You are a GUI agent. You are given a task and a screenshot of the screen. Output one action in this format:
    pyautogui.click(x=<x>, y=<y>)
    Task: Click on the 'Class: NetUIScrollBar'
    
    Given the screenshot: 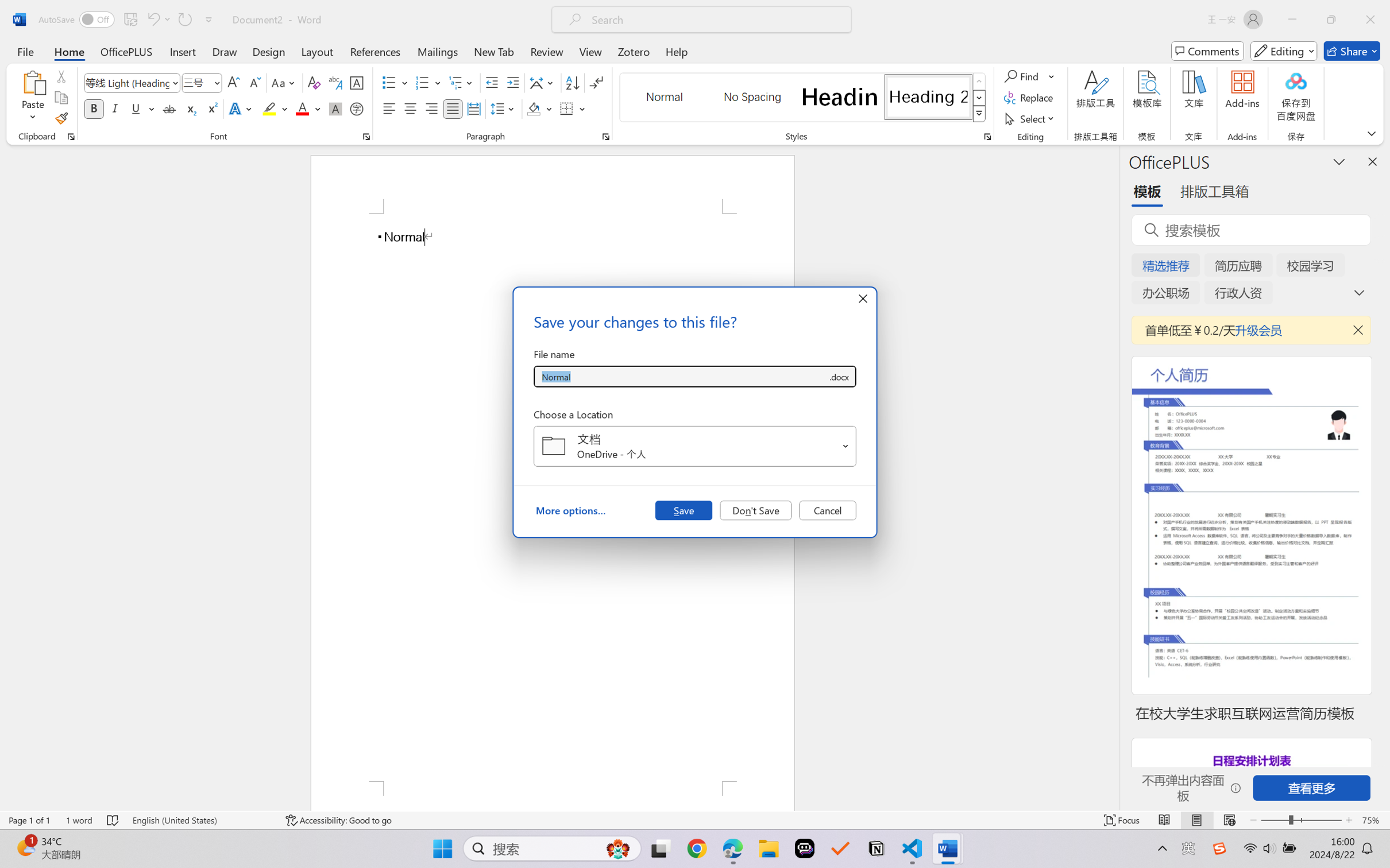 What is the action you would take?
    pyautogui.click(x=1112, y=477)
    